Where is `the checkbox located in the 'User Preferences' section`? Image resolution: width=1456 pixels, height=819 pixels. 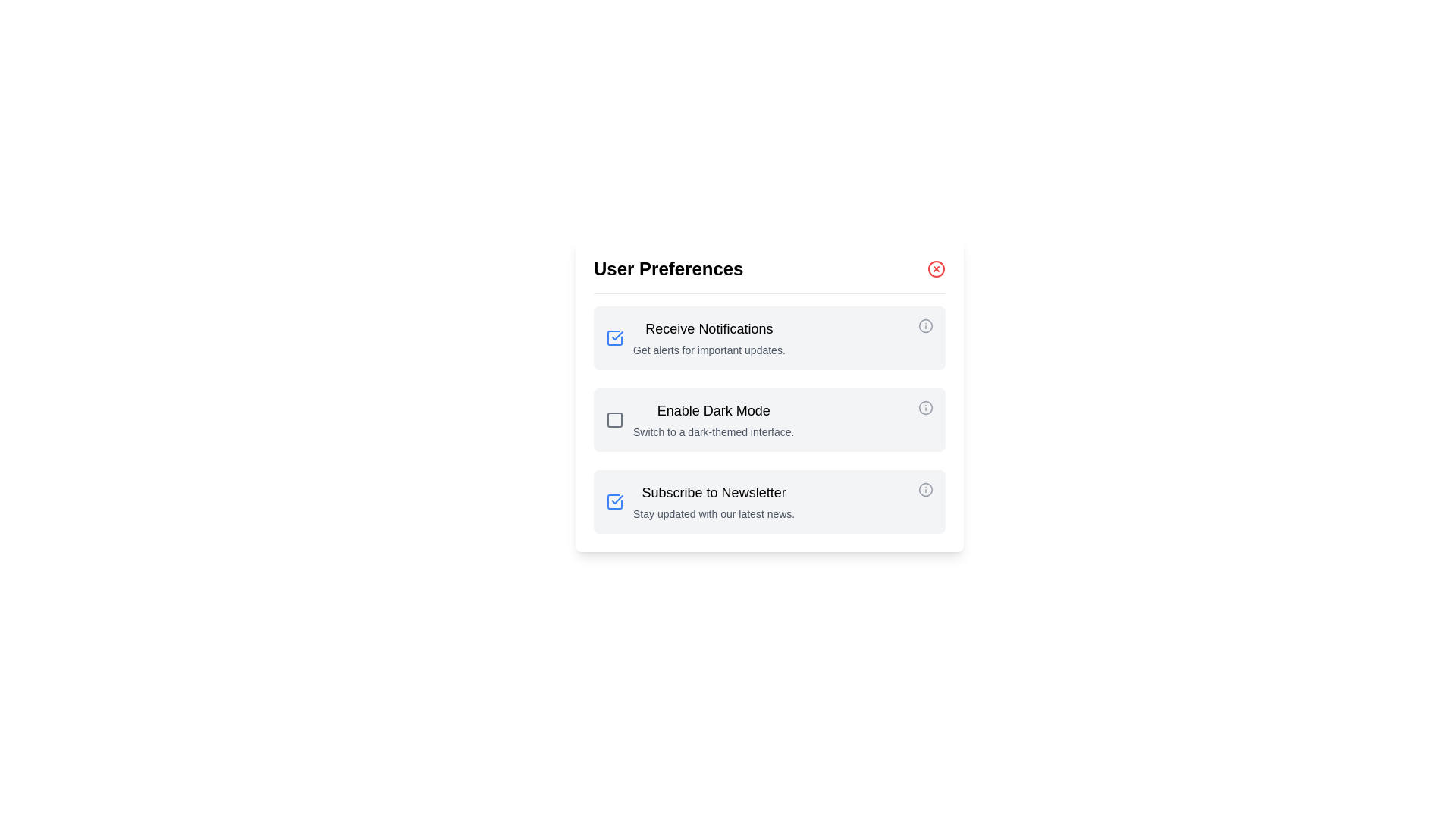 the checkbox located in the 'User Preferences' section is located at coordinates (619, 420).